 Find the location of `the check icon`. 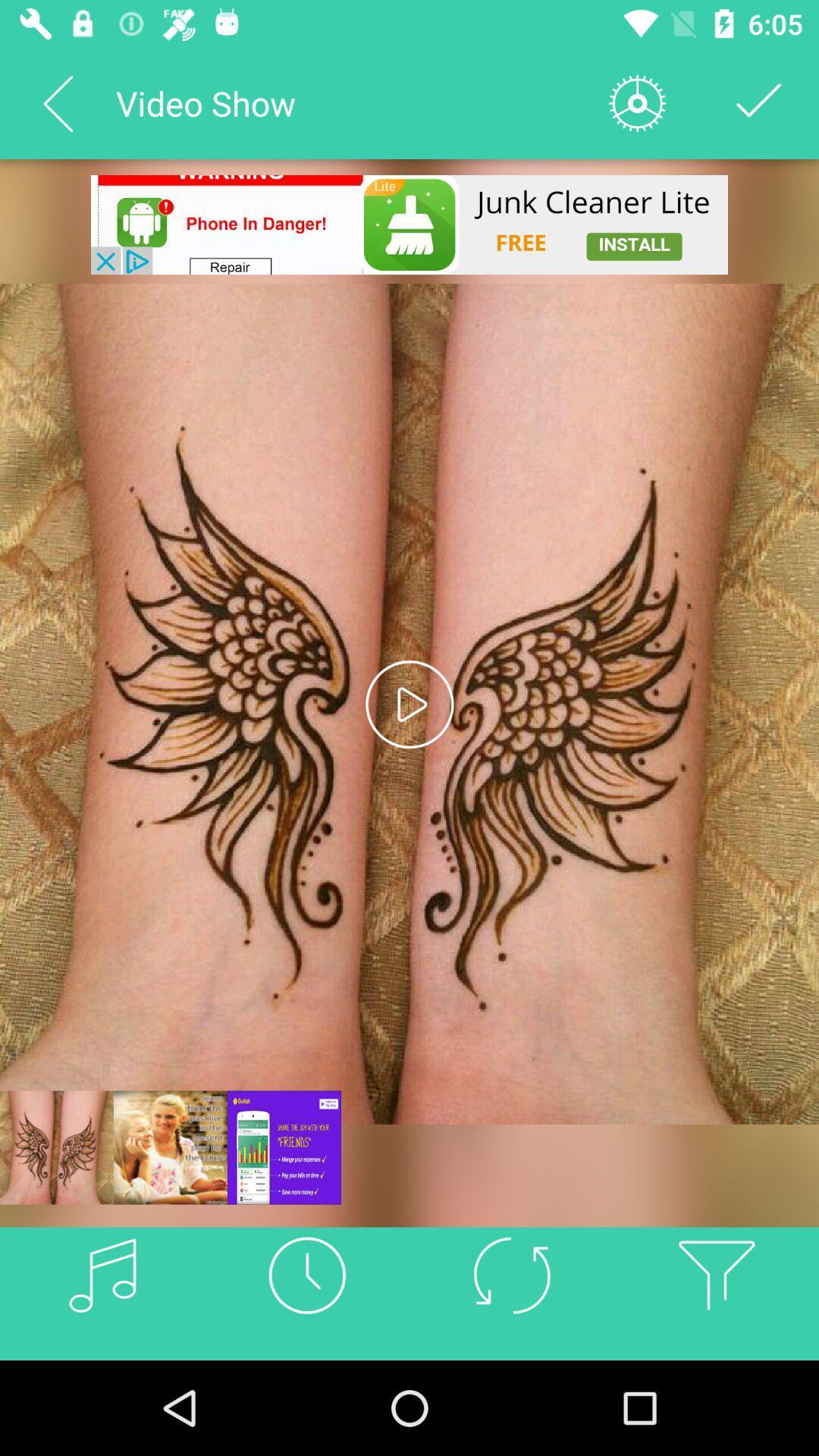

the check icon is located at coordinates (759, 102).